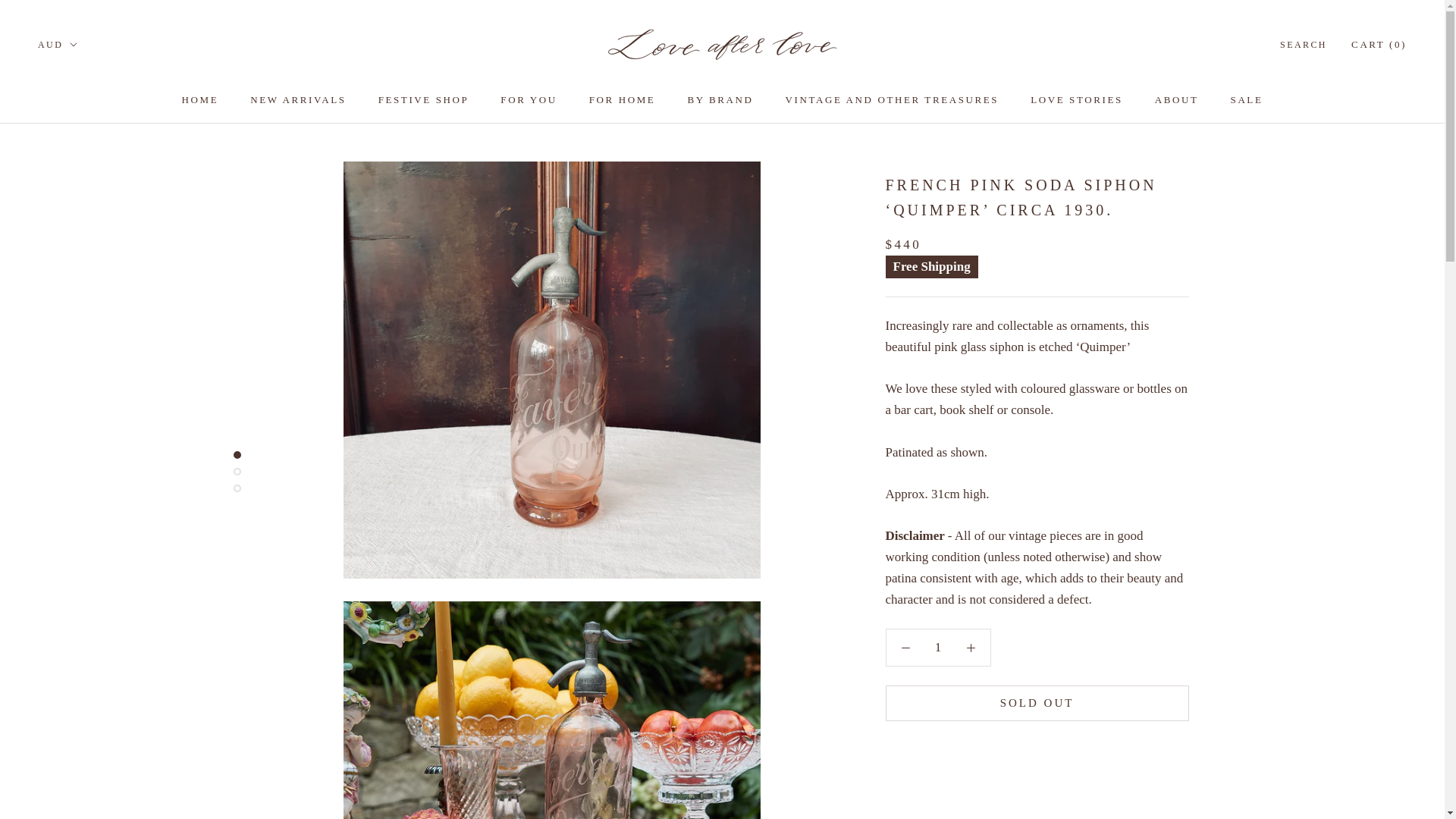 This screenshot has height=819, width=1456. Describe the element at coordinates (1175, 99) in the screenshot. I see `'ABOUT` at that location.